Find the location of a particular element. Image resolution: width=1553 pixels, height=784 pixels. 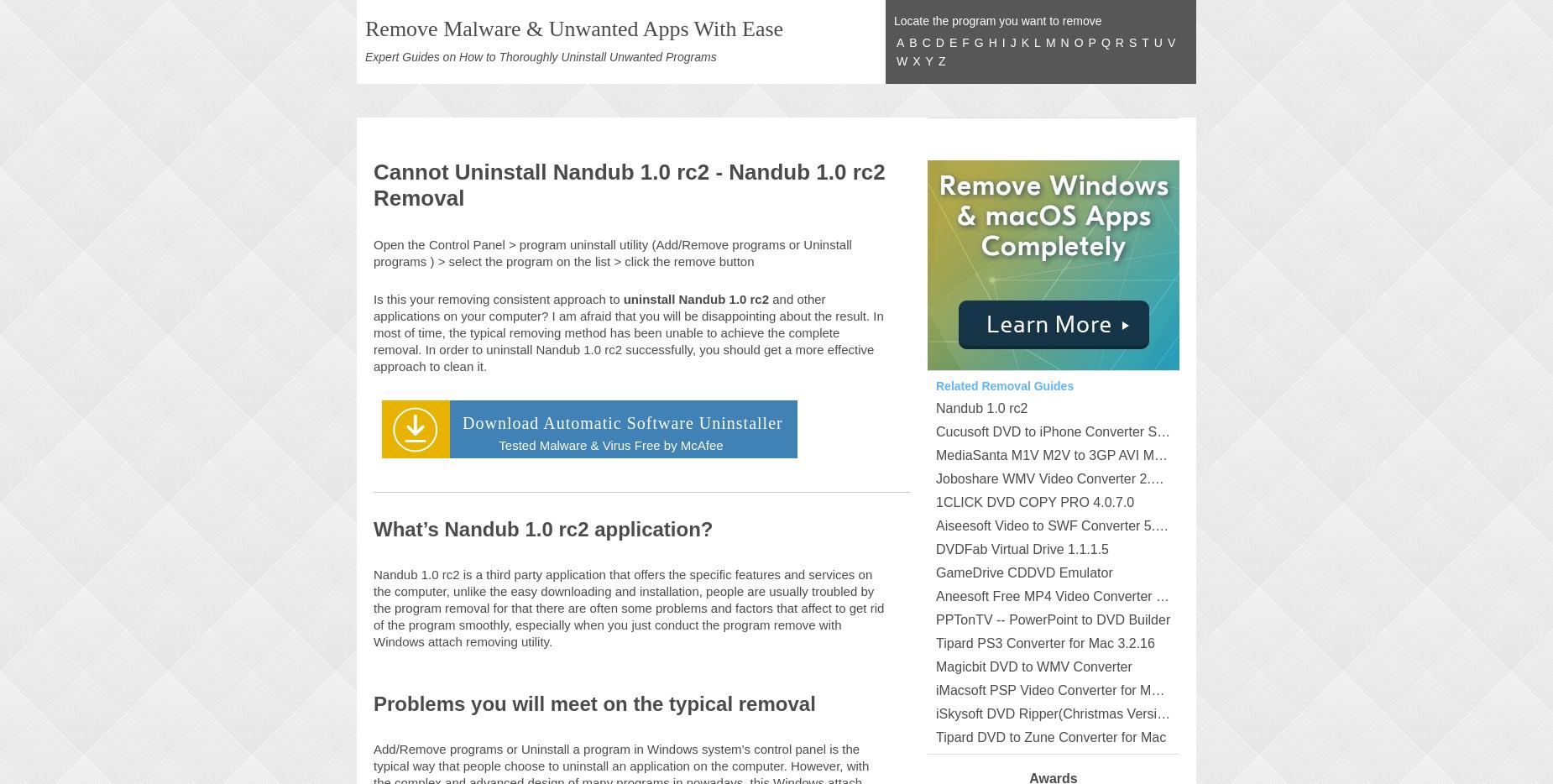

'1CLICK DVD COPY PRO 4.0.7.0' is located at coordinates (934, 501).